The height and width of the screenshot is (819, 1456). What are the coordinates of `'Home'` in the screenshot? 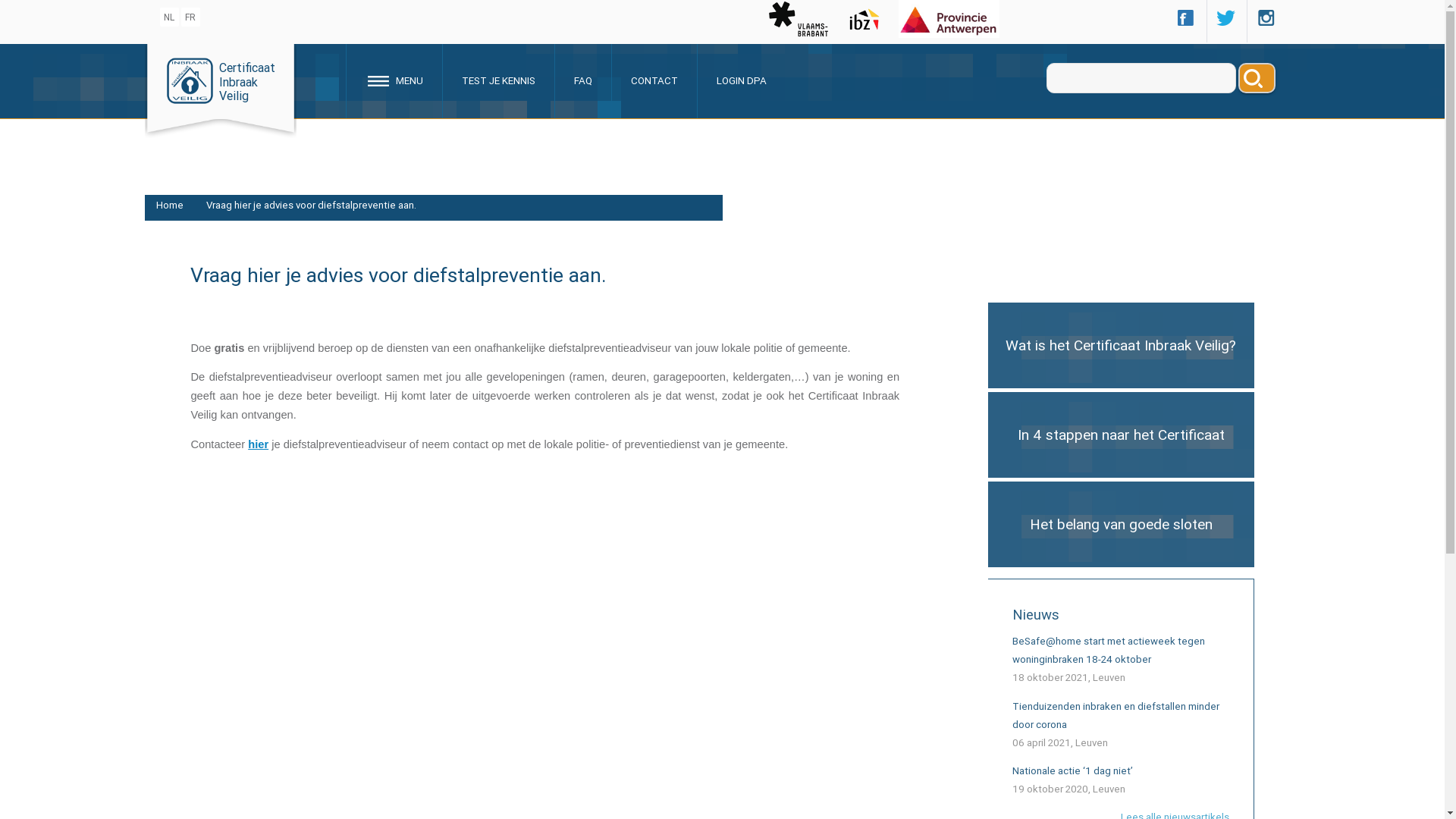 It's located at (156, 205).